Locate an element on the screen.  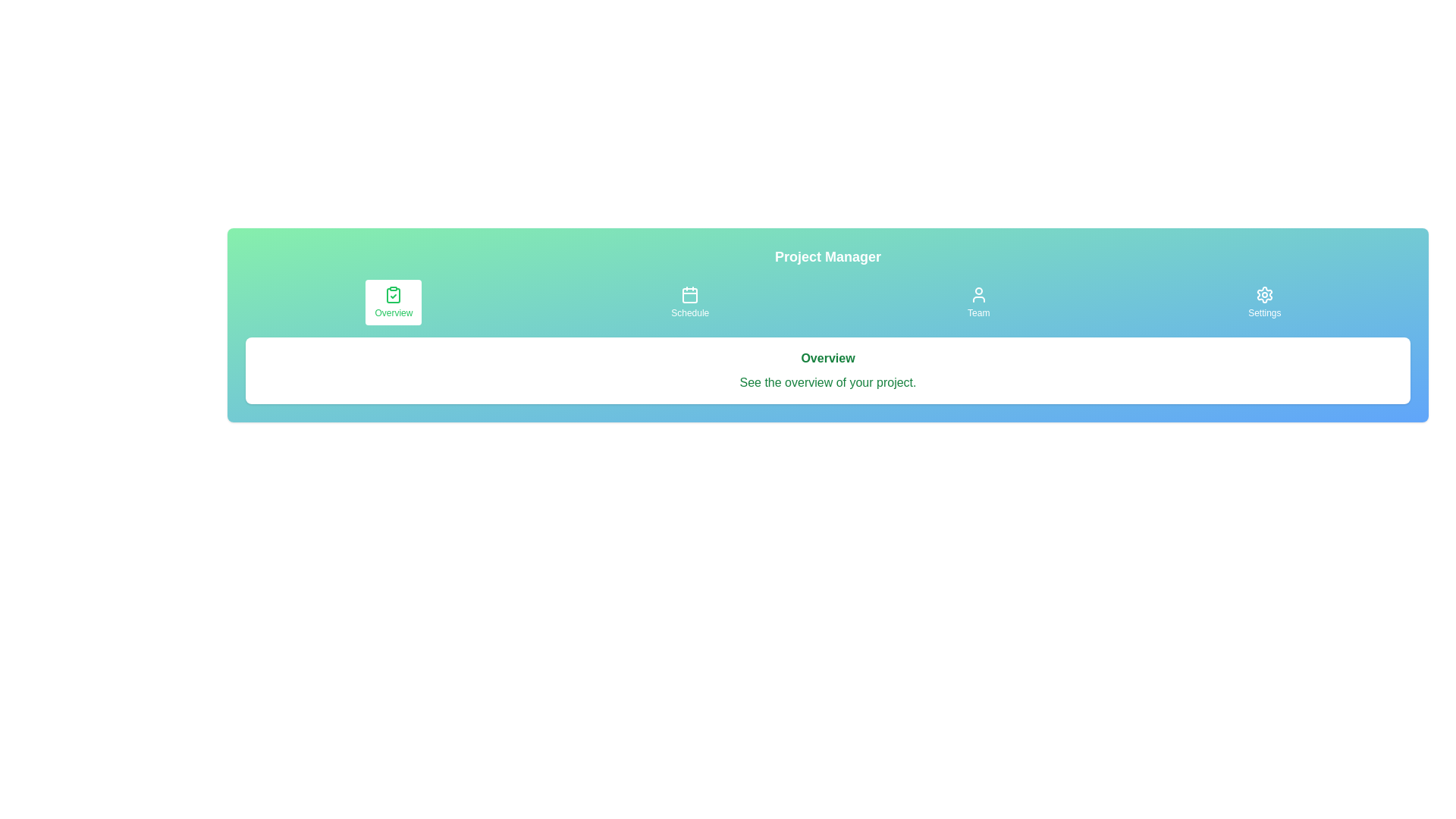
the 'Overview' button is located at coordinates (394, 302).